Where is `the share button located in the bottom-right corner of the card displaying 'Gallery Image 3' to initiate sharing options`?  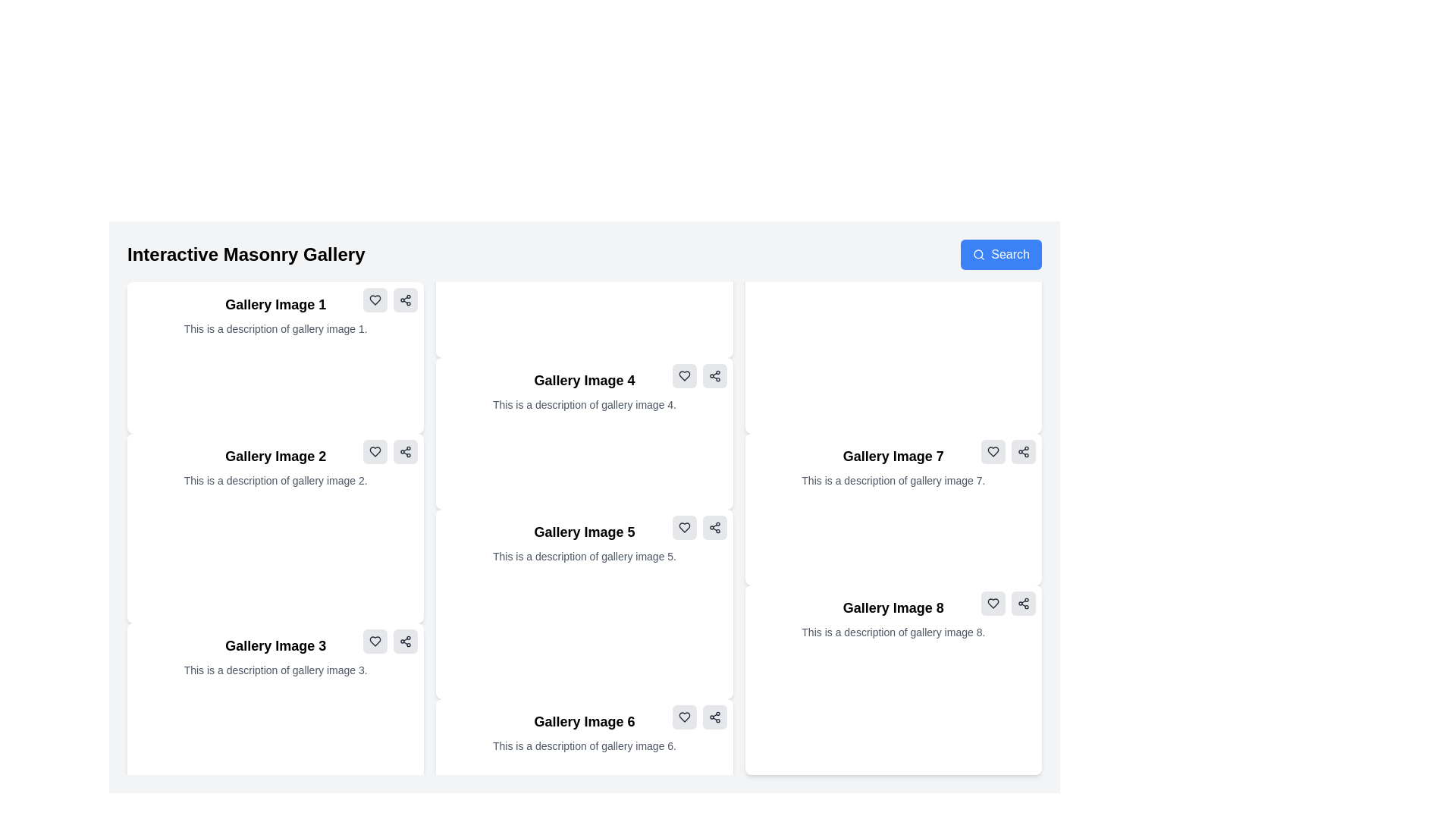
the share button located in the bottom-right corner of the card displaying 'Gallery Image 3' to initiate sharing options is located at coordinates (406, 641).